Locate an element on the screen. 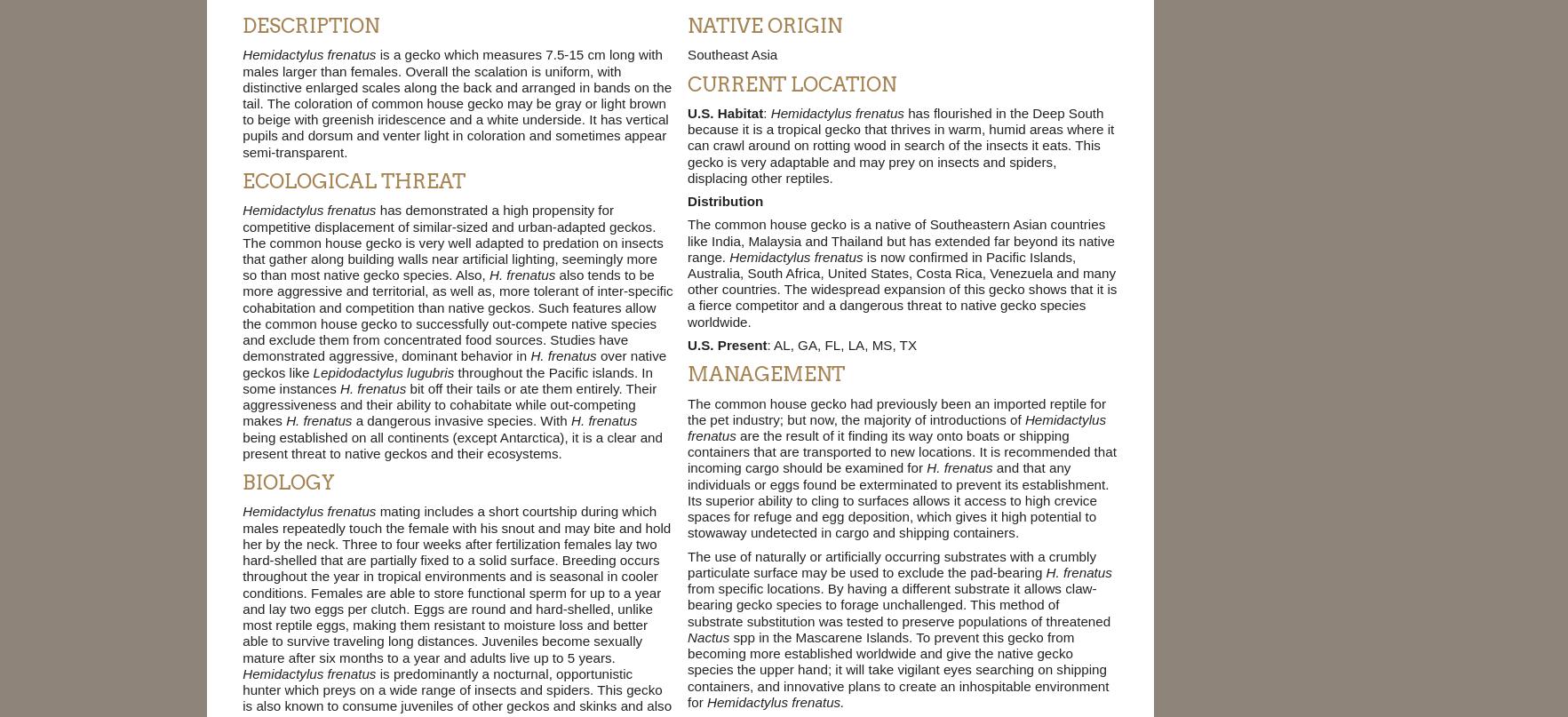 This screenshot has width=1568, height=717. 'is now confirmed in Pacific Islands, Australia, South Africa, United States, Costa Rica, Venezuela and many other countries. The widespread expansion of this gecko shows that it is a fierce competitor and a dangerous threat to native gecko species worldwide.' is located at coordinates (902, 288).